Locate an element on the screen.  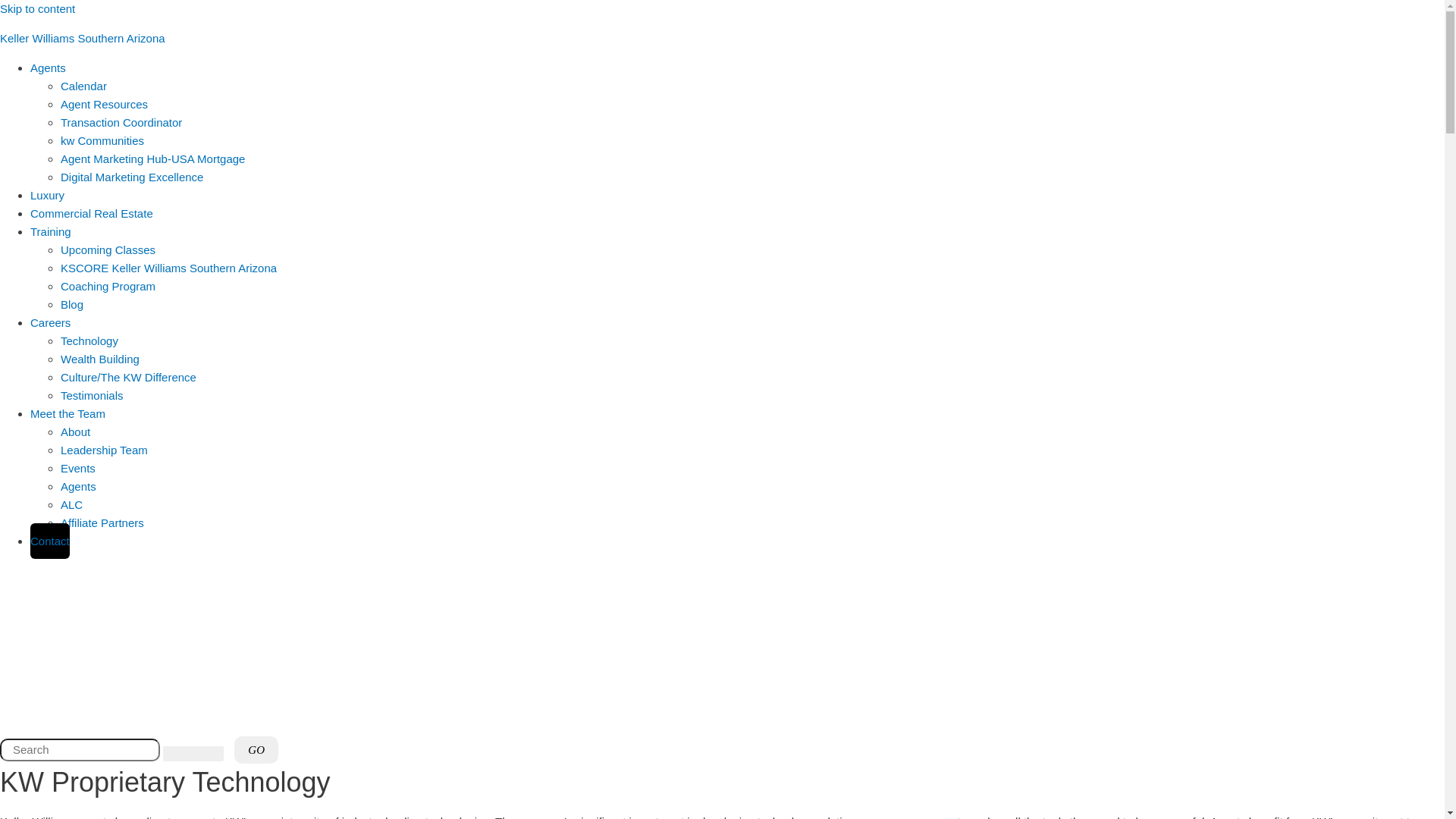
'Technology' is located at coordinates (61, 340).